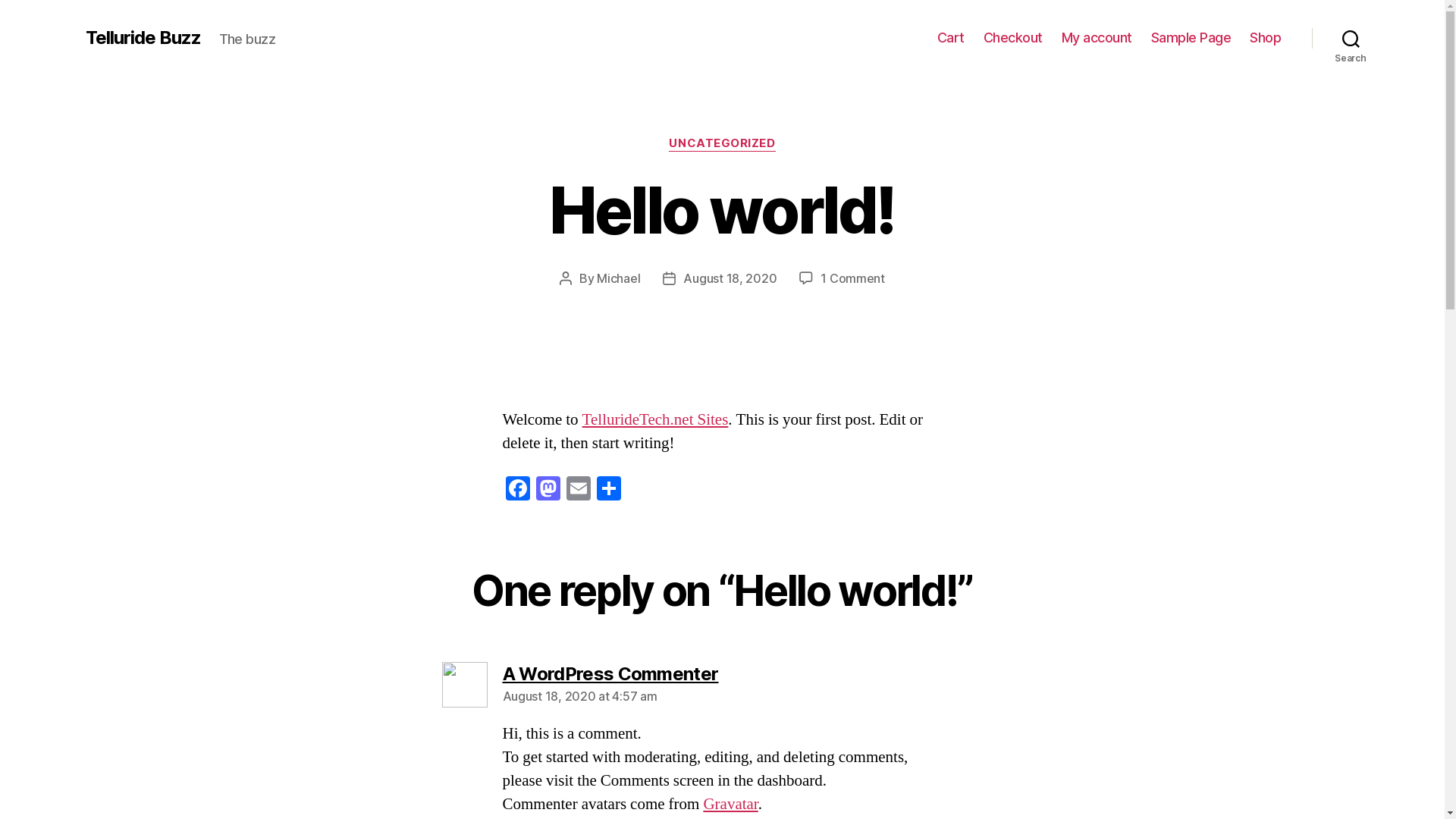 This screenshot has width=1456, height=819. What do you see at coordinates (1310, 37) in the screenshot?
I see `'Search'` at bounding box center [1310, 37].